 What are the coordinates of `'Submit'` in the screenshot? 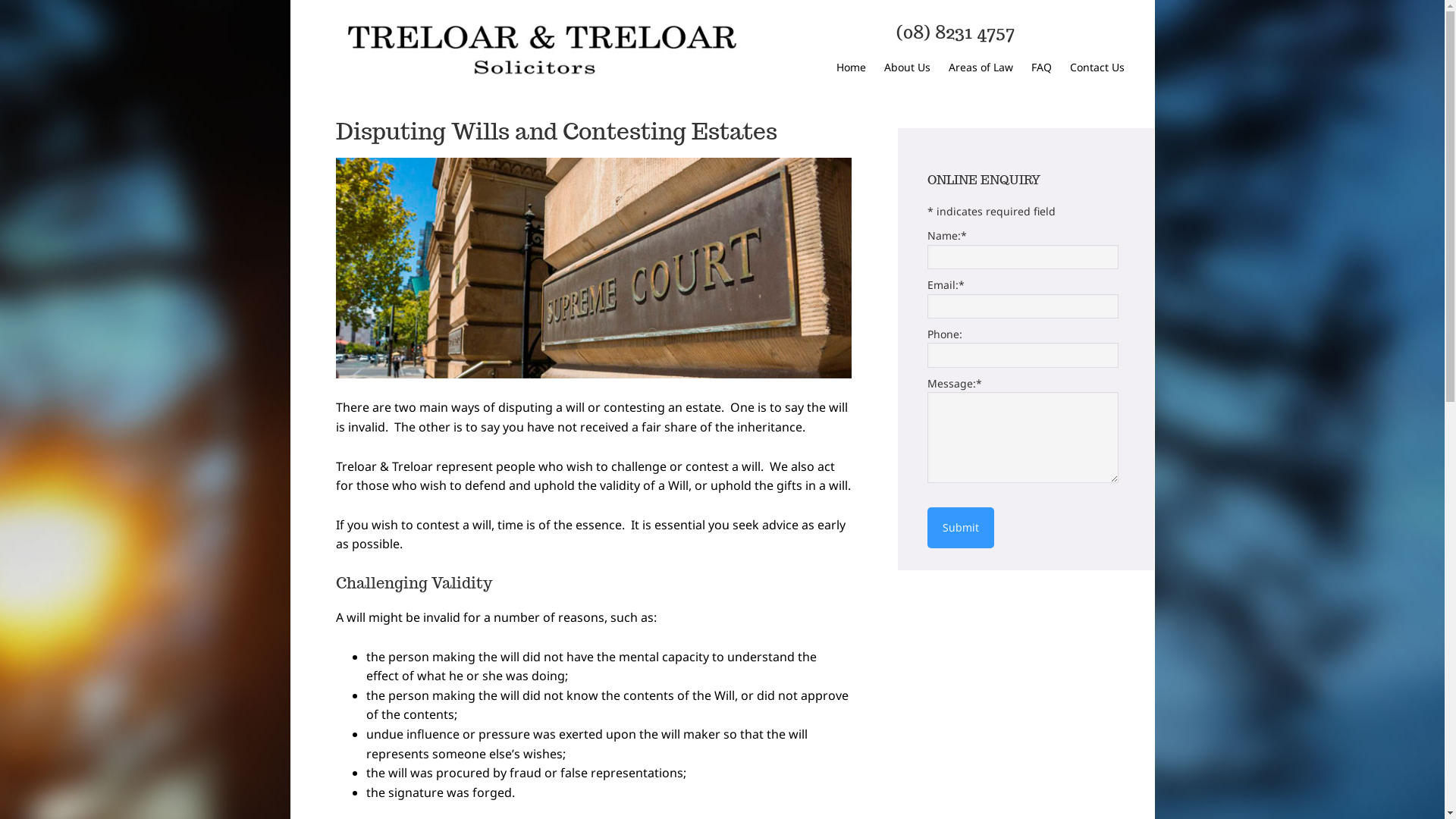 It's located at (959, 526).